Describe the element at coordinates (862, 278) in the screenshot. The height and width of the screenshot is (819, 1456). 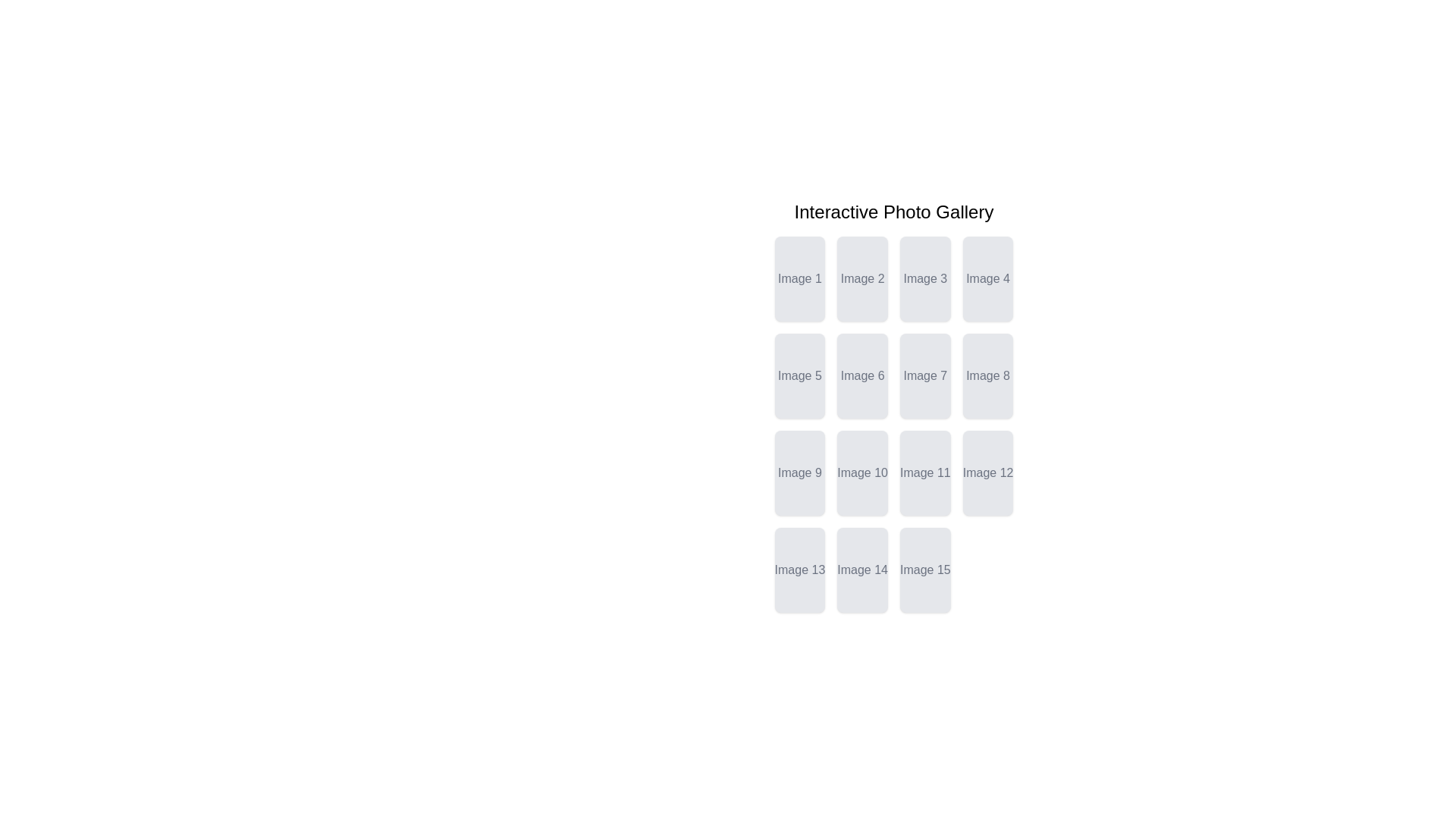
I see `the card element labeled 'Image 2' in the grid layout, which has a light background and rounded corners, located in the first row and second column` at that location.